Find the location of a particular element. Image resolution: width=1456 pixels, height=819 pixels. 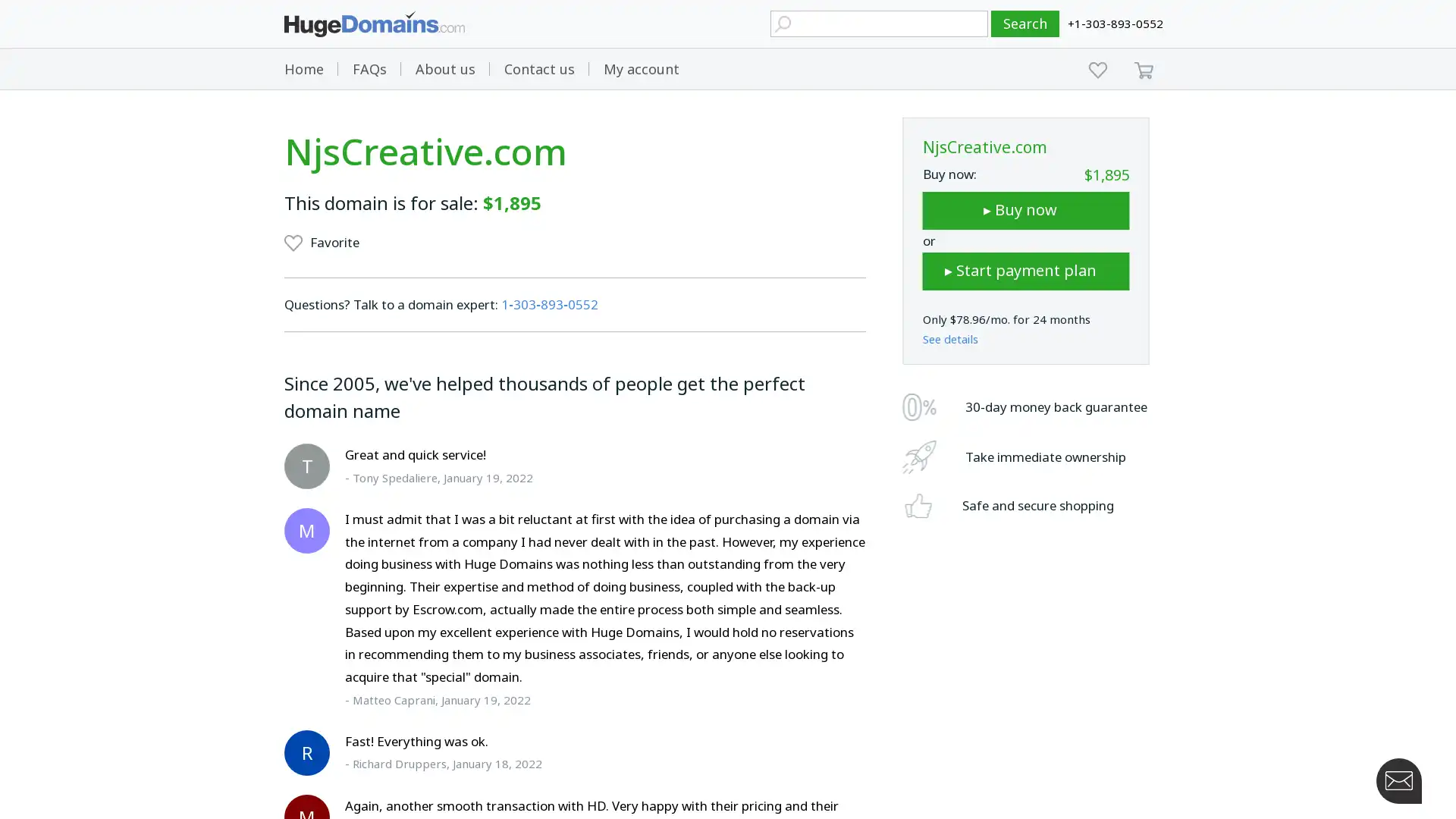

Search is located at coordinates (1025, 24).